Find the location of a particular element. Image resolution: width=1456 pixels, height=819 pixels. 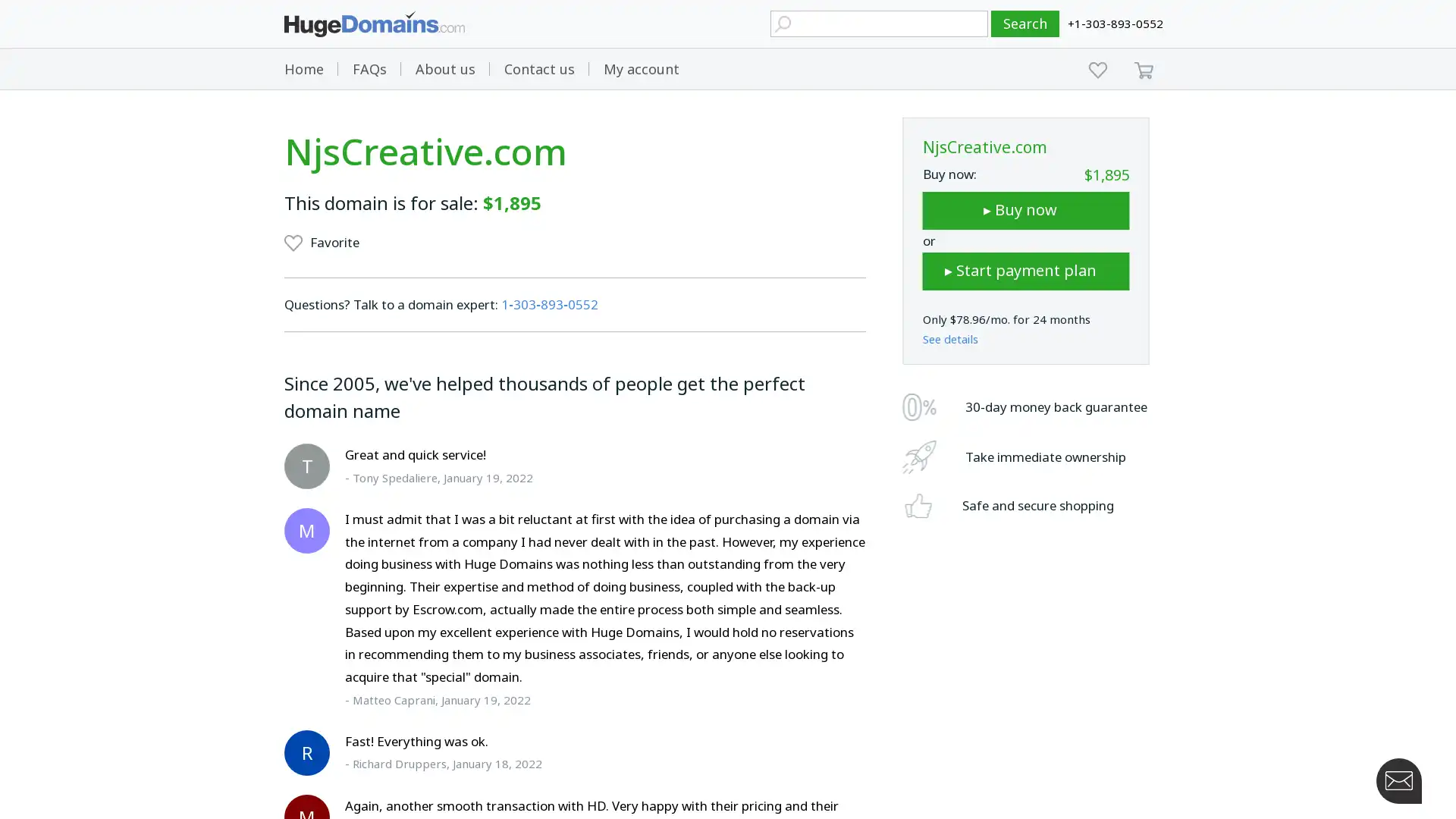

Search is located at coordinates (1025, 24).